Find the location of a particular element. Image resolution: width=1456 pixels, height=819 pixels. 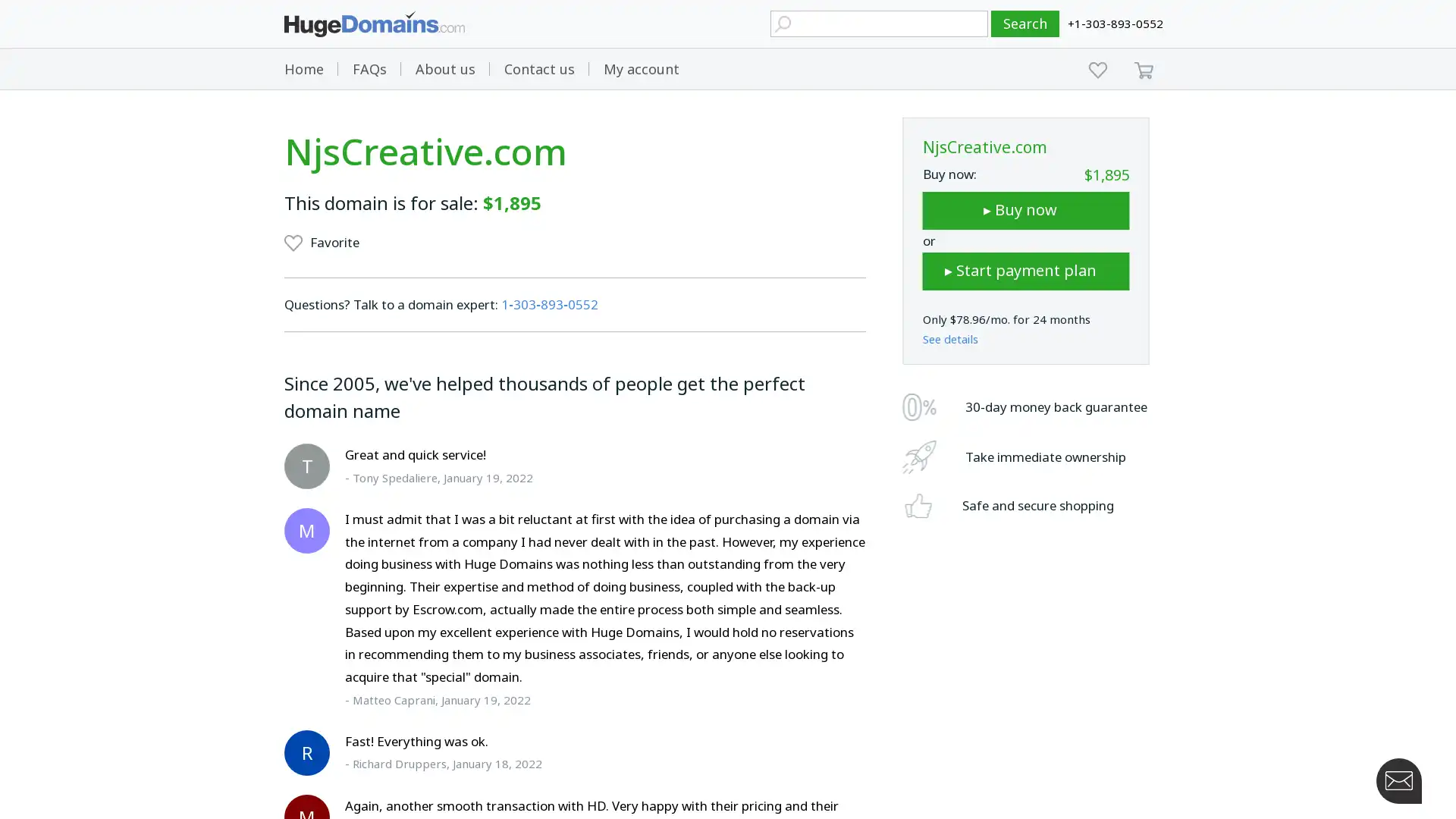

Search is located at coordinates (1025, 24).